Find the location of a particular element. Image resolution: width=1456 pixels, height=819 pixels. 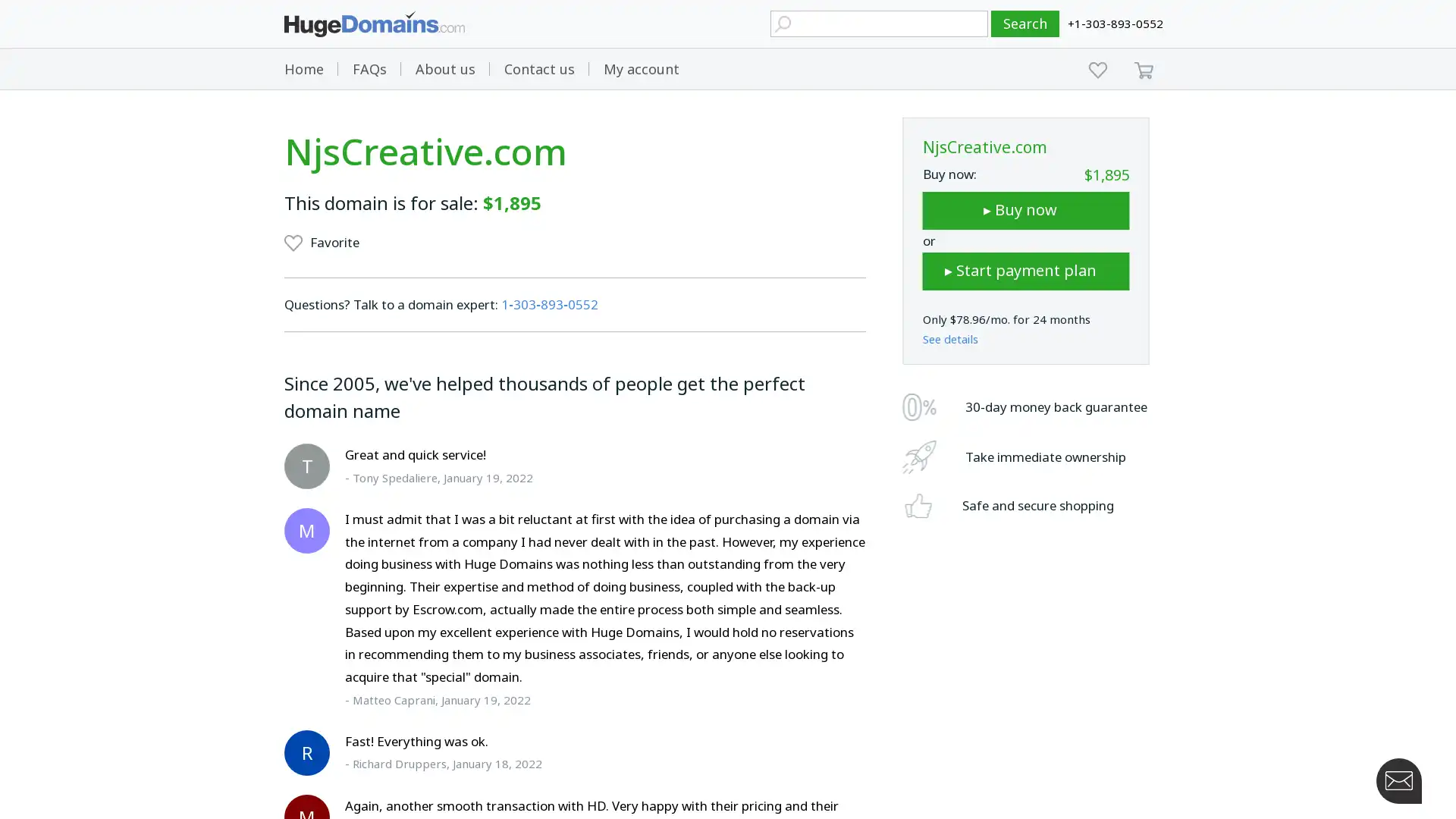

Search is located at coordinates (1025, 24).